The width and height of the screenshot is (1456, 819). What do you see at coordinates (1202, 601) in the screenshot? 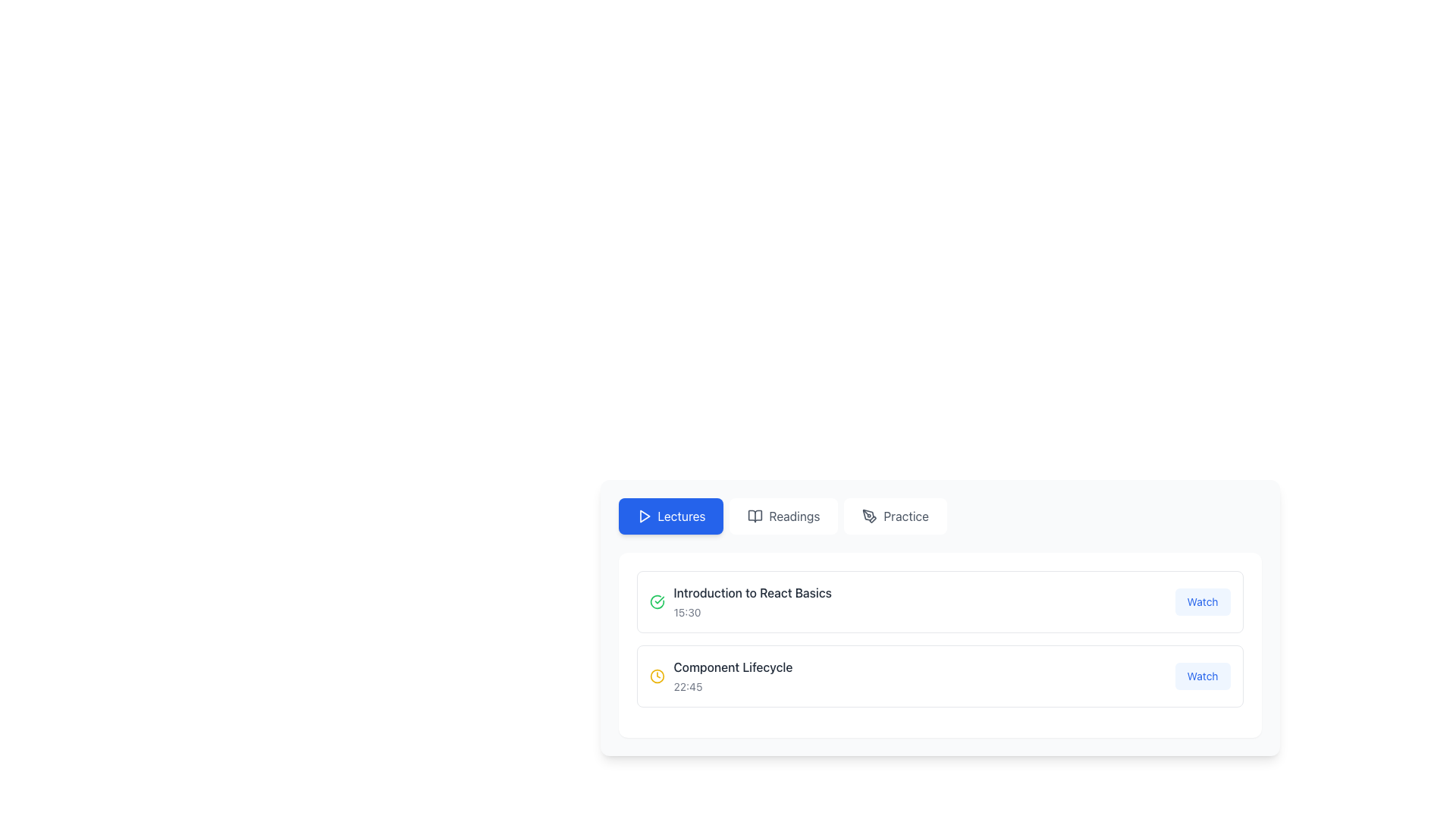
I see `the 'Watch' button with a light blue background and rounded corners to initiate the associated lecture playback` at bounding box center [1202, 601].